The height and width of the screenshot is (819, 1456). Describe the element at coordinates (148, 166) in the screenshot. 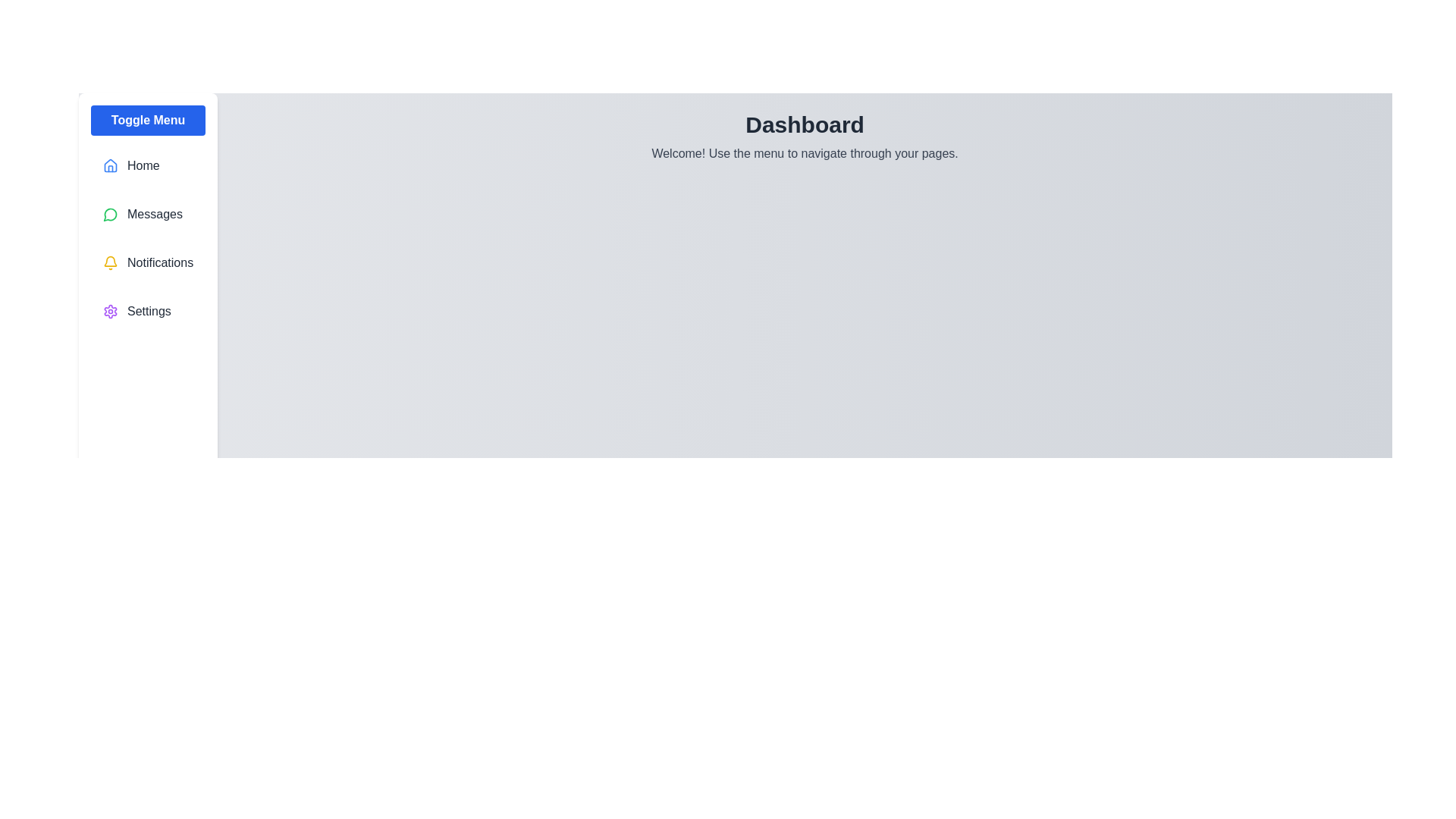

I see `the menu item Home in the sidebar` at that location.